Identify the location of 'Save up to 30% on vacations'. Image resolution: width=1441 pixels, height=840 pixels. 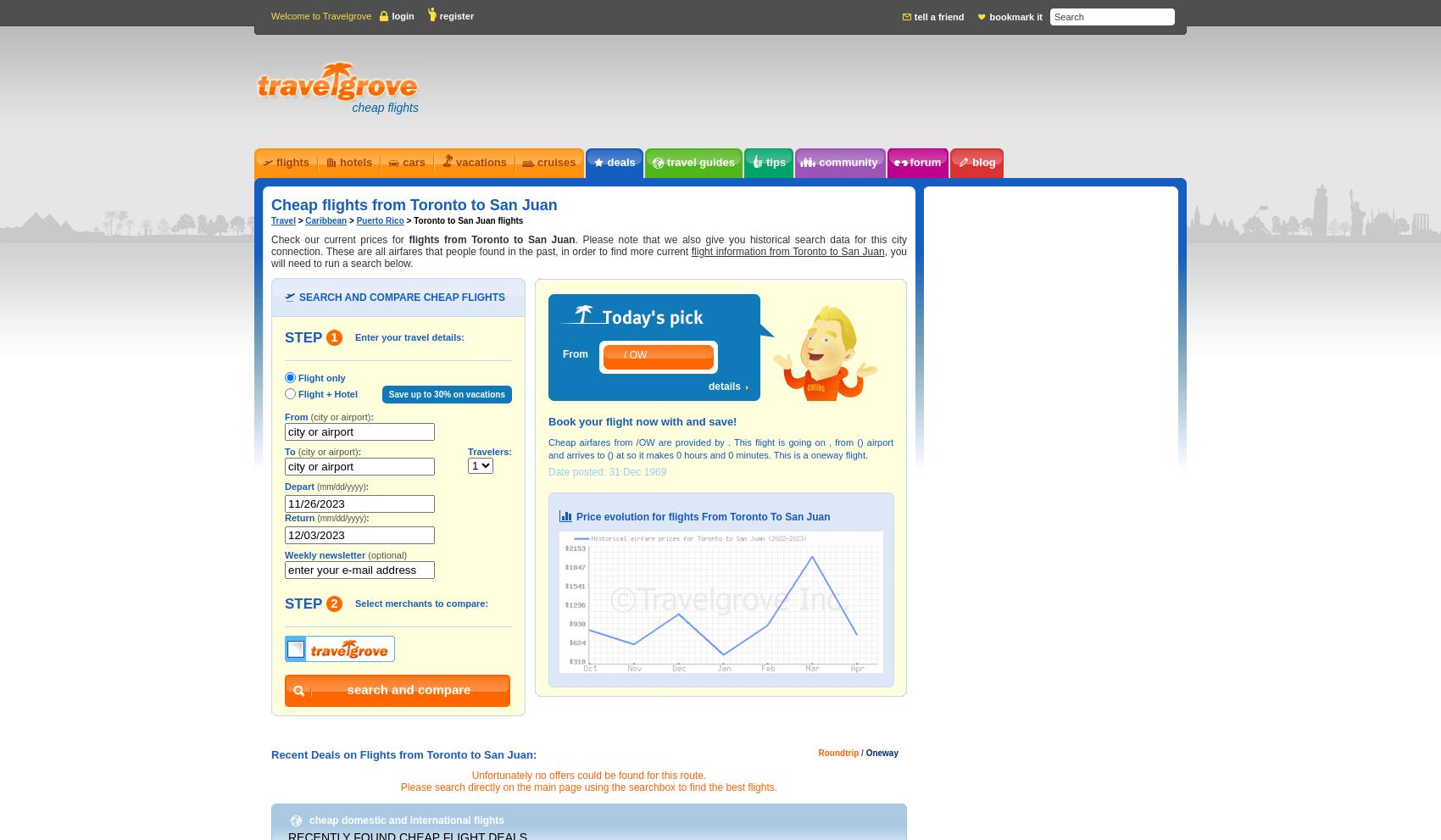
(447, 393).